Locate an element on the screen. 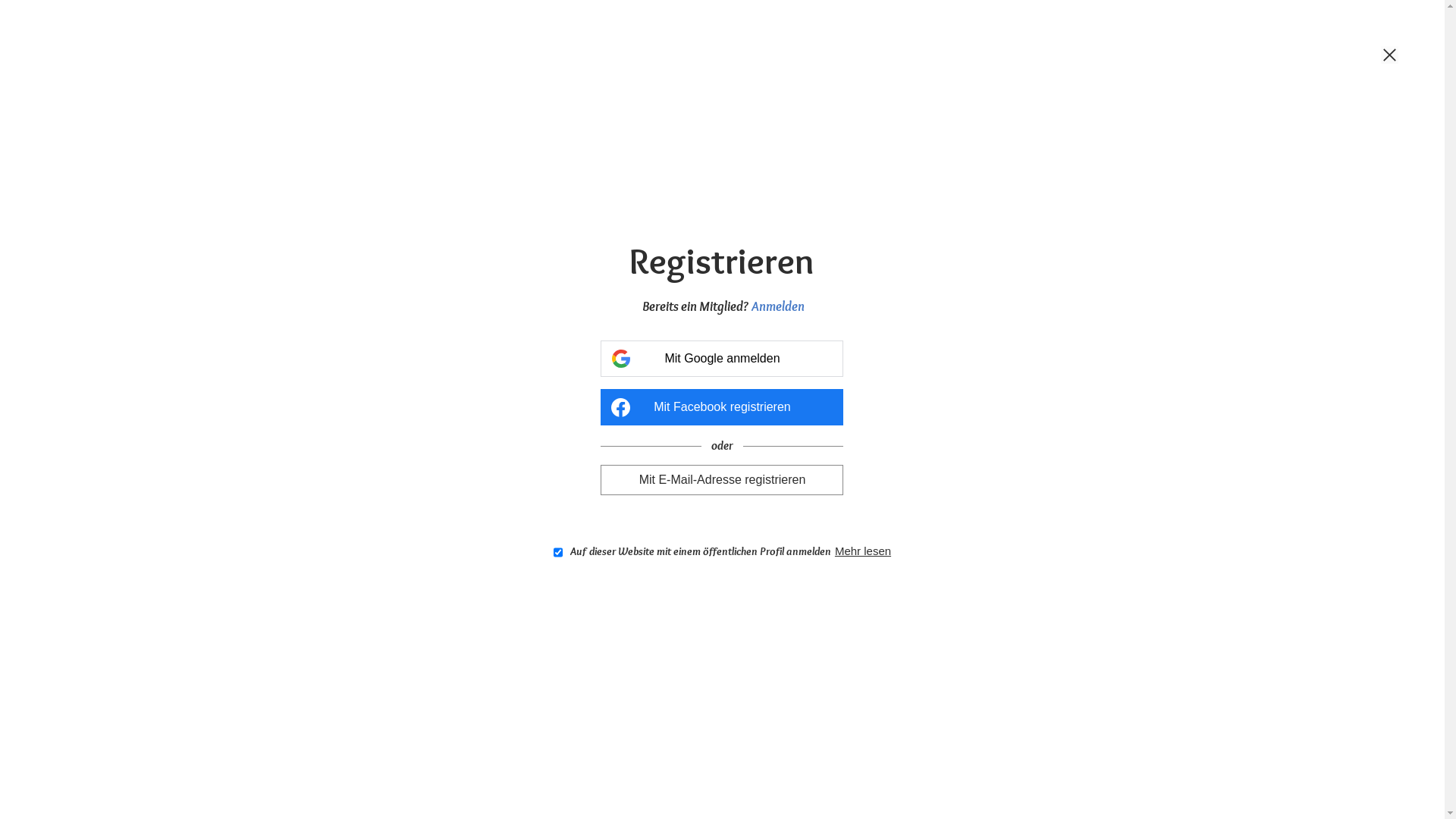  'Mit E-Mail-Adresse registrieren' is located at coordinates (720, 479).